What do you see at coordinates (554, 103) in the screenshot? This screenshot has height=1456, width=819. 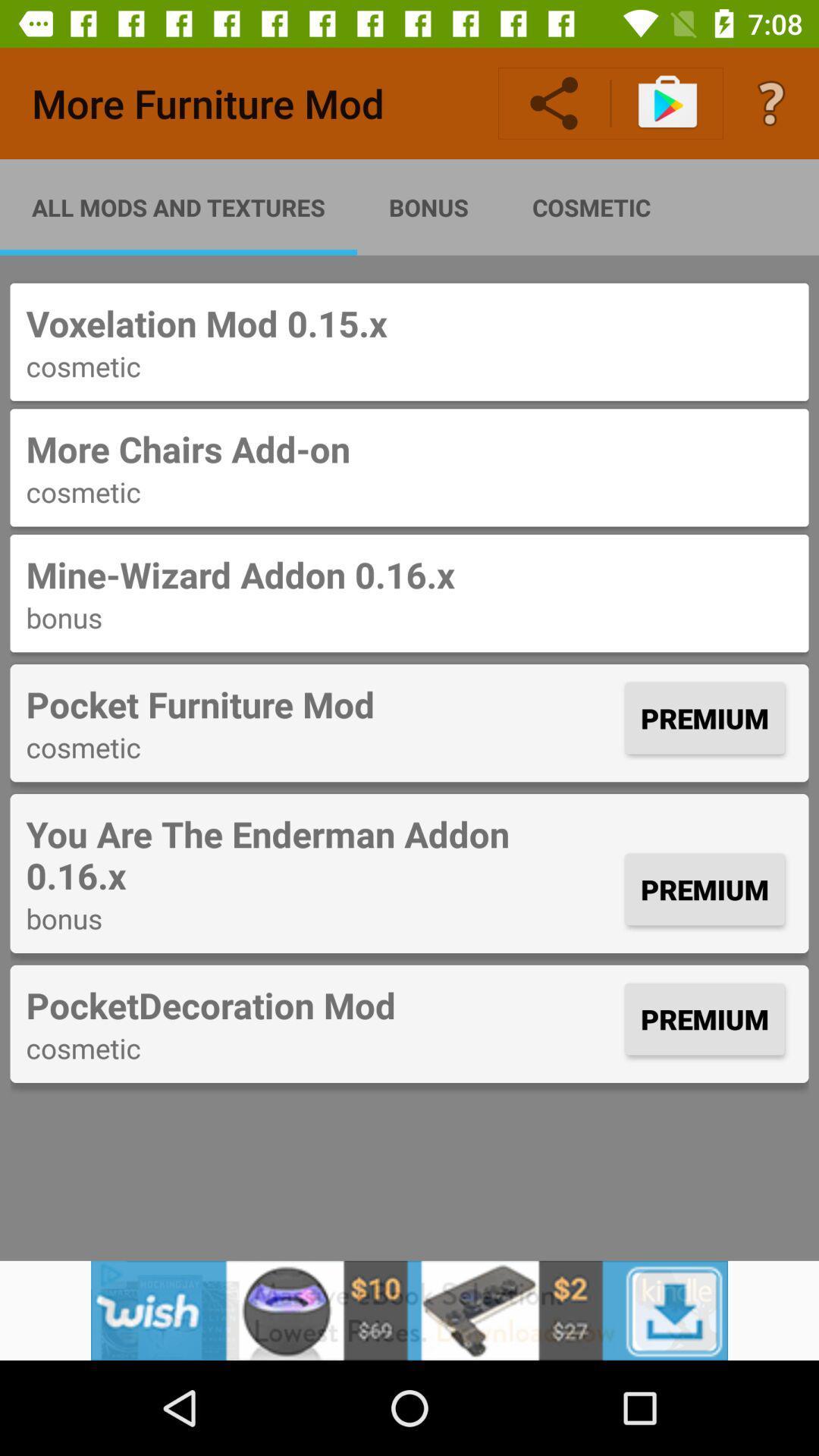 I see `the button which is left to playstore button` at bounding box center [554, 103].